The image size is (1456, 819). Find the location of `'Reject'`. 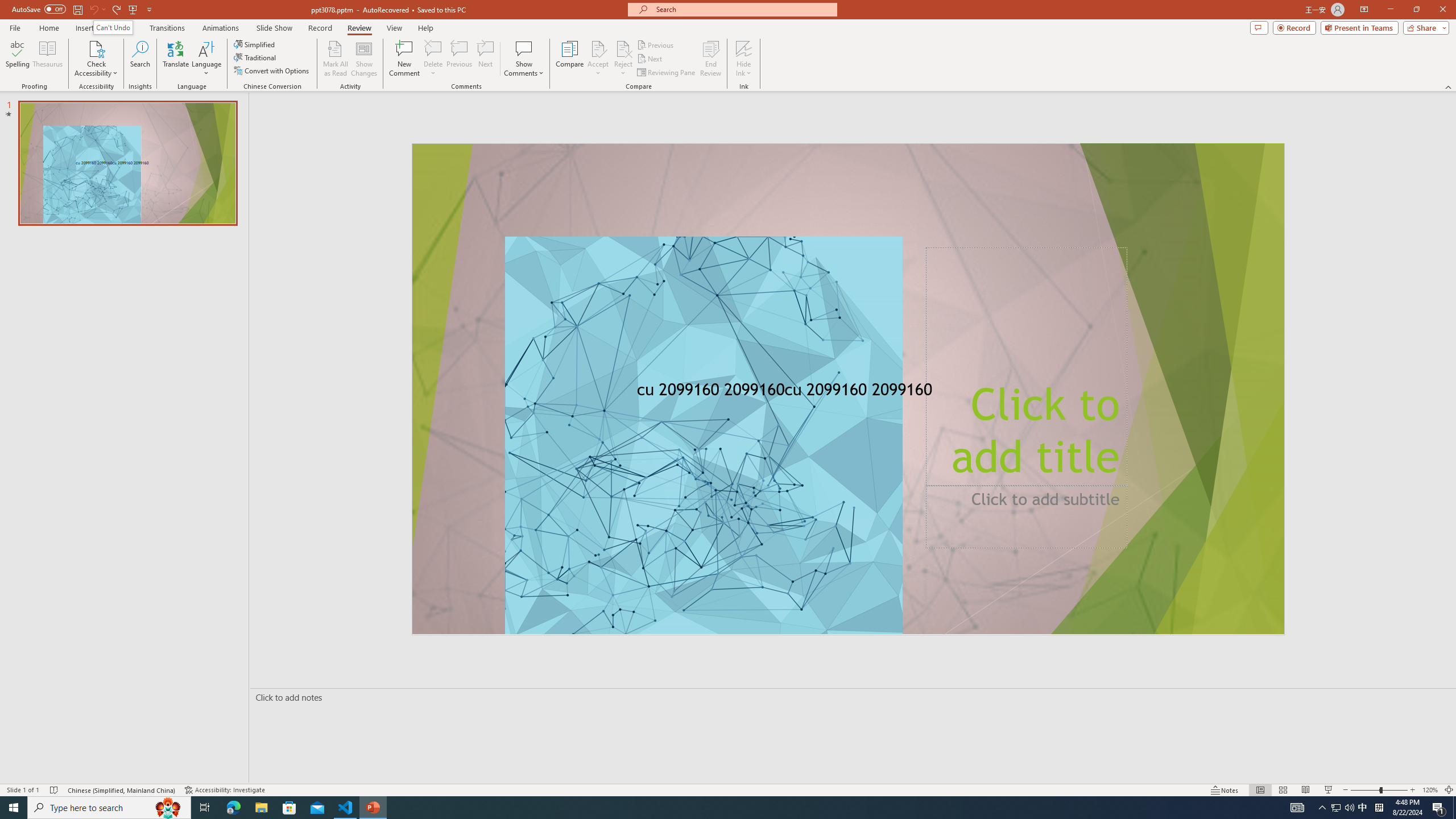

'Reject' is located at coordinates (622, 59).